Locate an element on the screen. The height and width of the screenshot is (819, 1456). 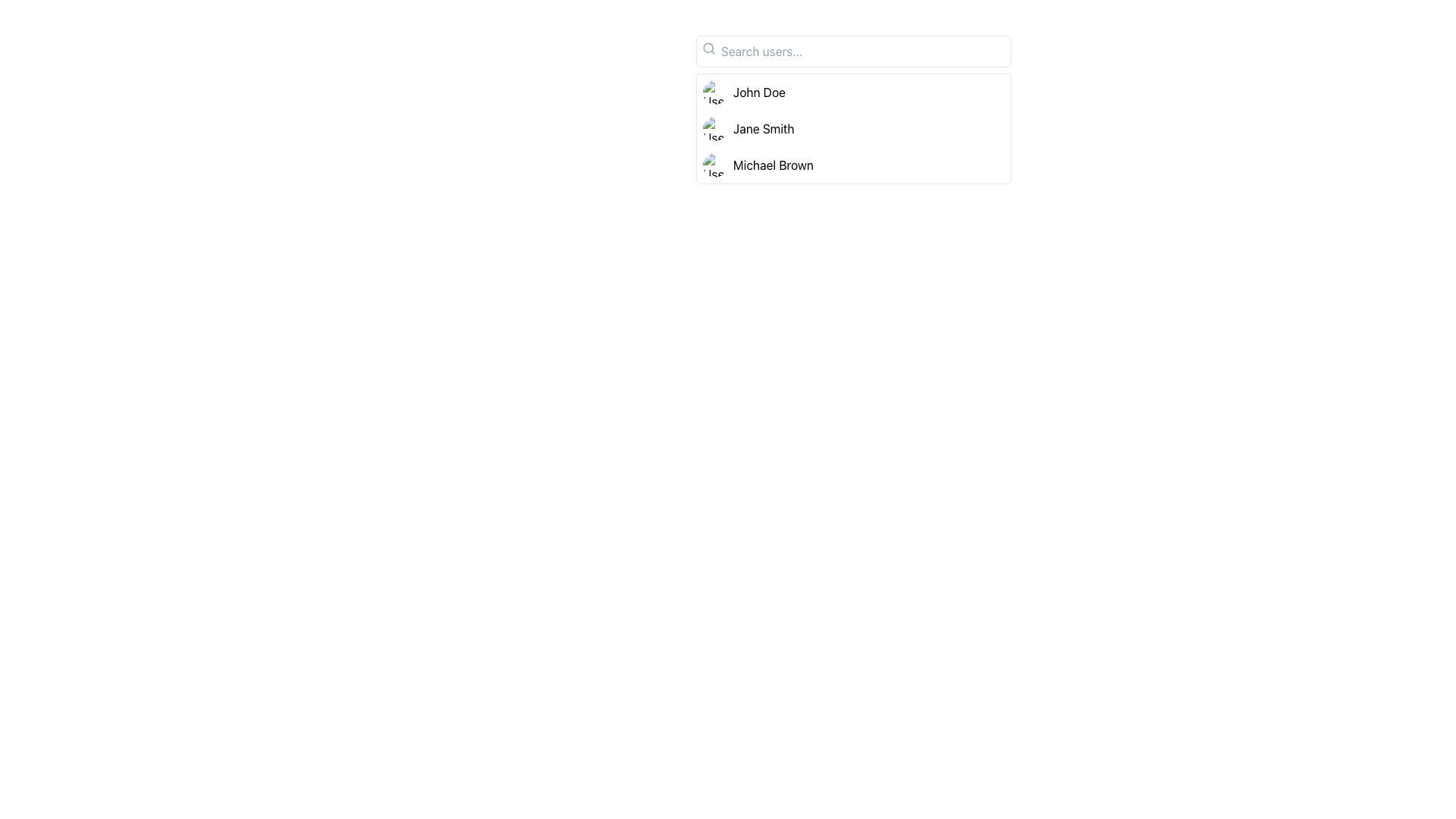
the small circular profile image of 'Jane Smith' is located at coordinates (714, 127).